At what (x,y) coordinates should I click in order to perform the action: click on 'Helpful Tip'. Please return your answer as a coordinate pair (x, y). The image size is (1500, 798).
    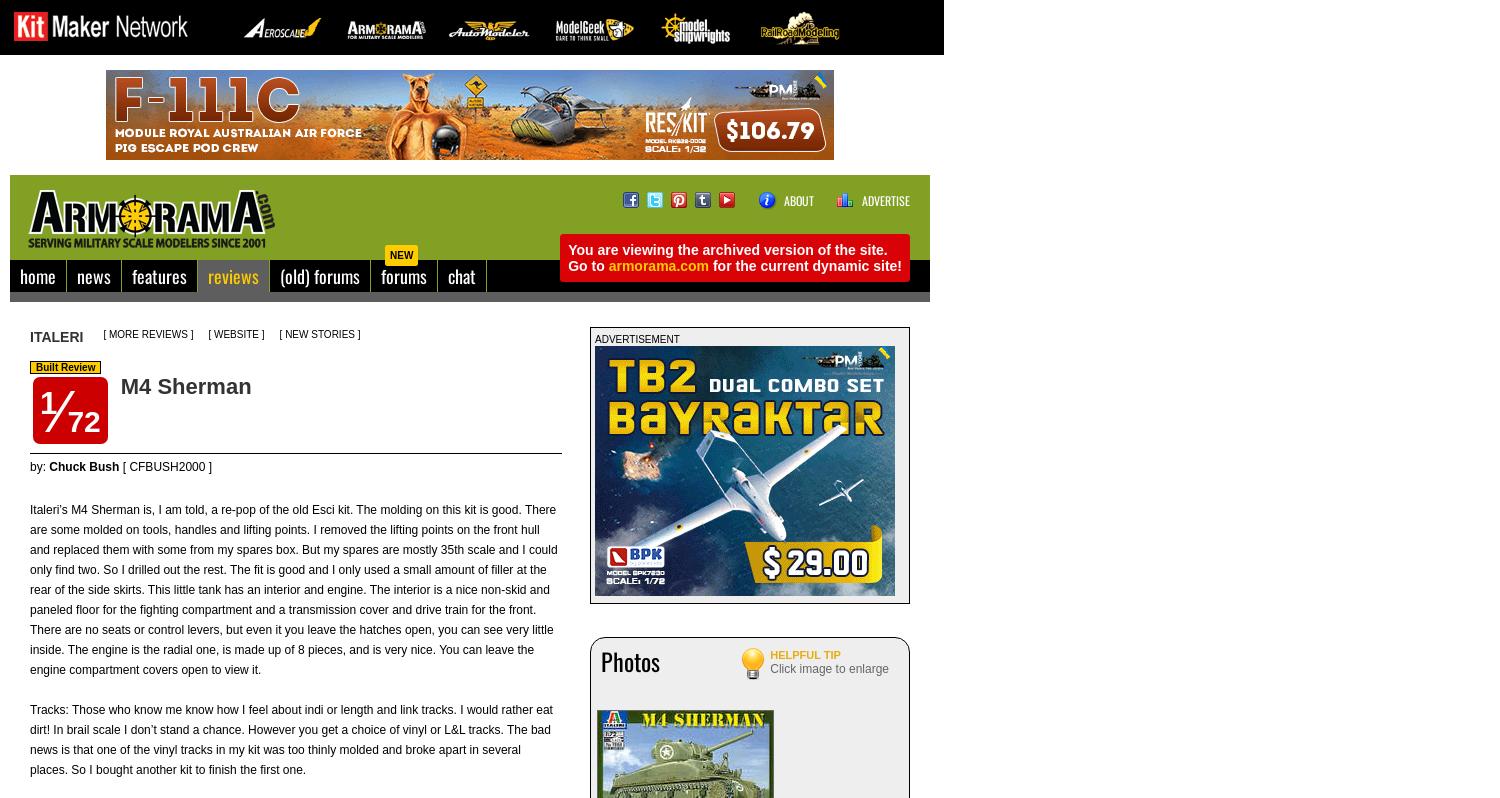
    Looking at the image, I should click on (805, 653).